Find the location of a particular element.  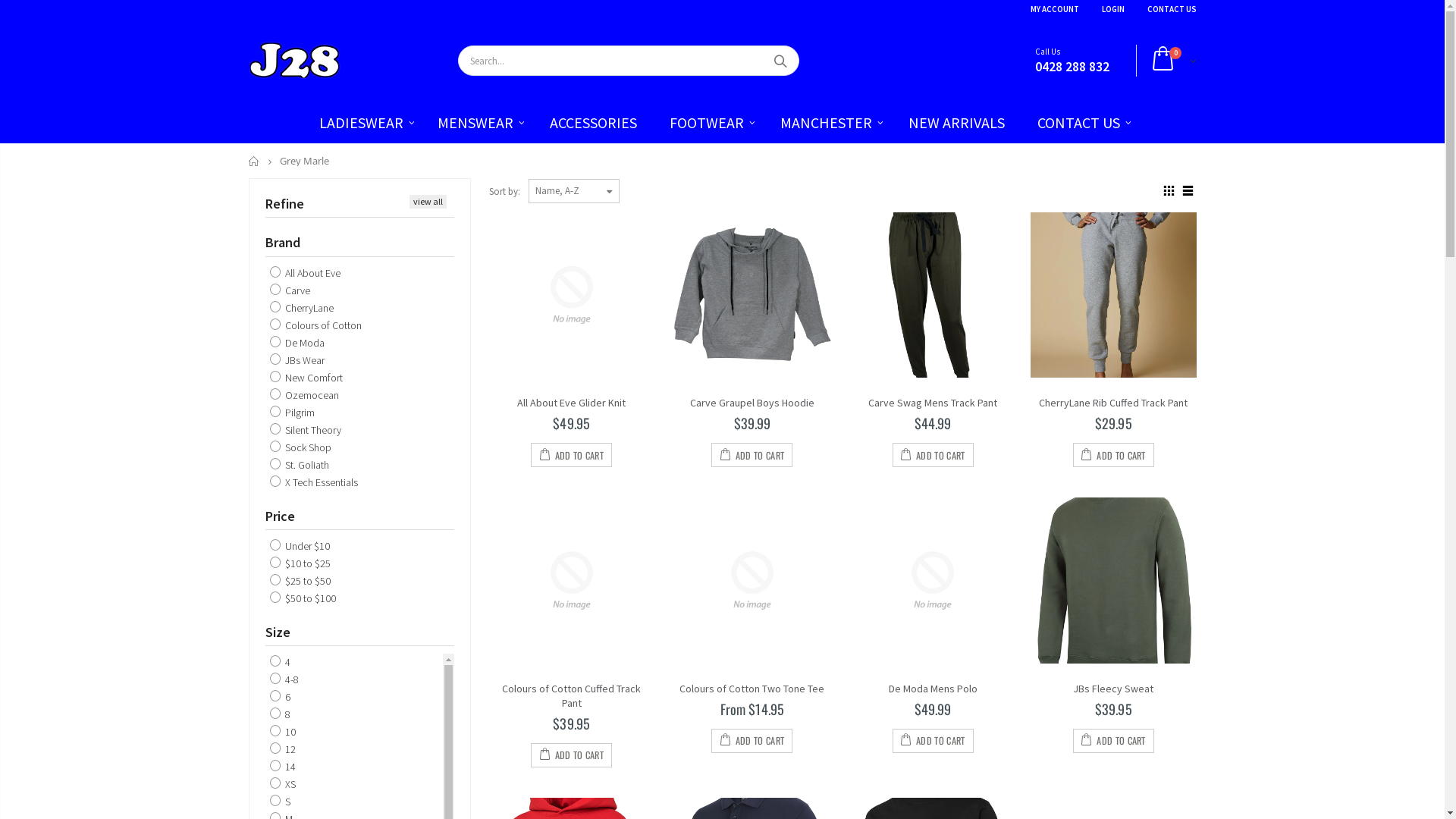

'De Moda' is located at coordinates (297, 342).